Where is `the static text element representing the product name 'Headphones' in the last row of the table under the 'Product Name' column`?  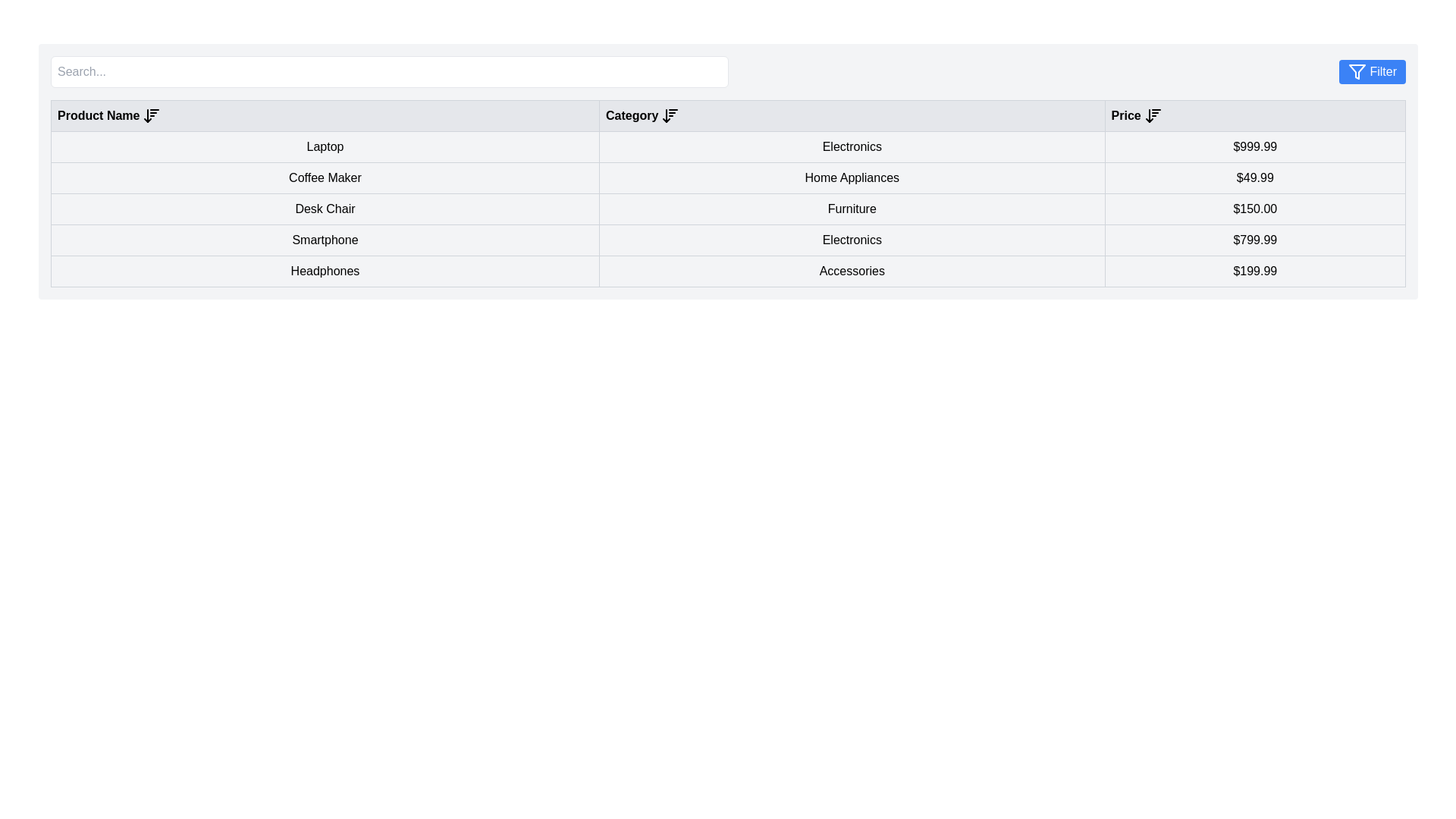 the static text element representing the product name 'Headphones' in the last row of the table under the 'Product Name' column is located at coordinates (324, 271).